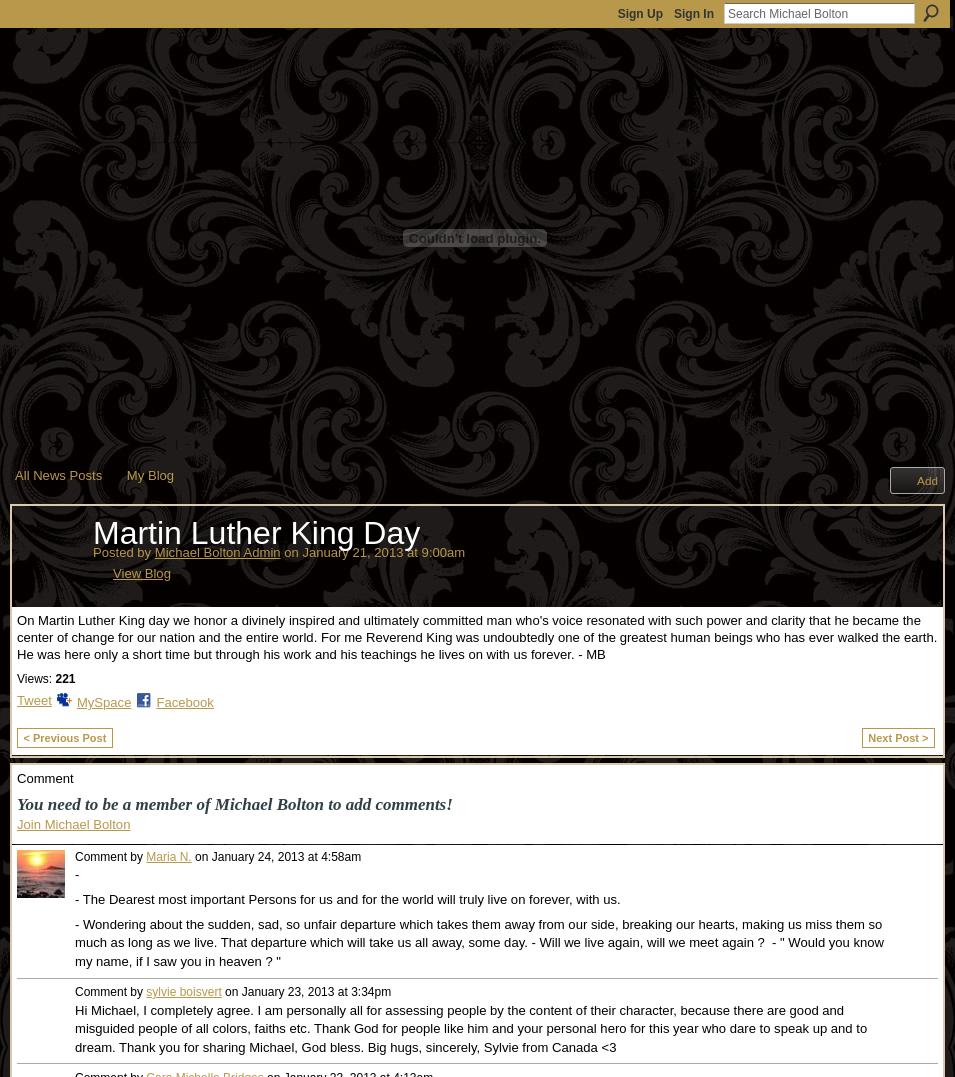  What do you see at coordinates (124, 474) in the screenshot?
I see `'My Blog'` at bounding box center [124, 474].